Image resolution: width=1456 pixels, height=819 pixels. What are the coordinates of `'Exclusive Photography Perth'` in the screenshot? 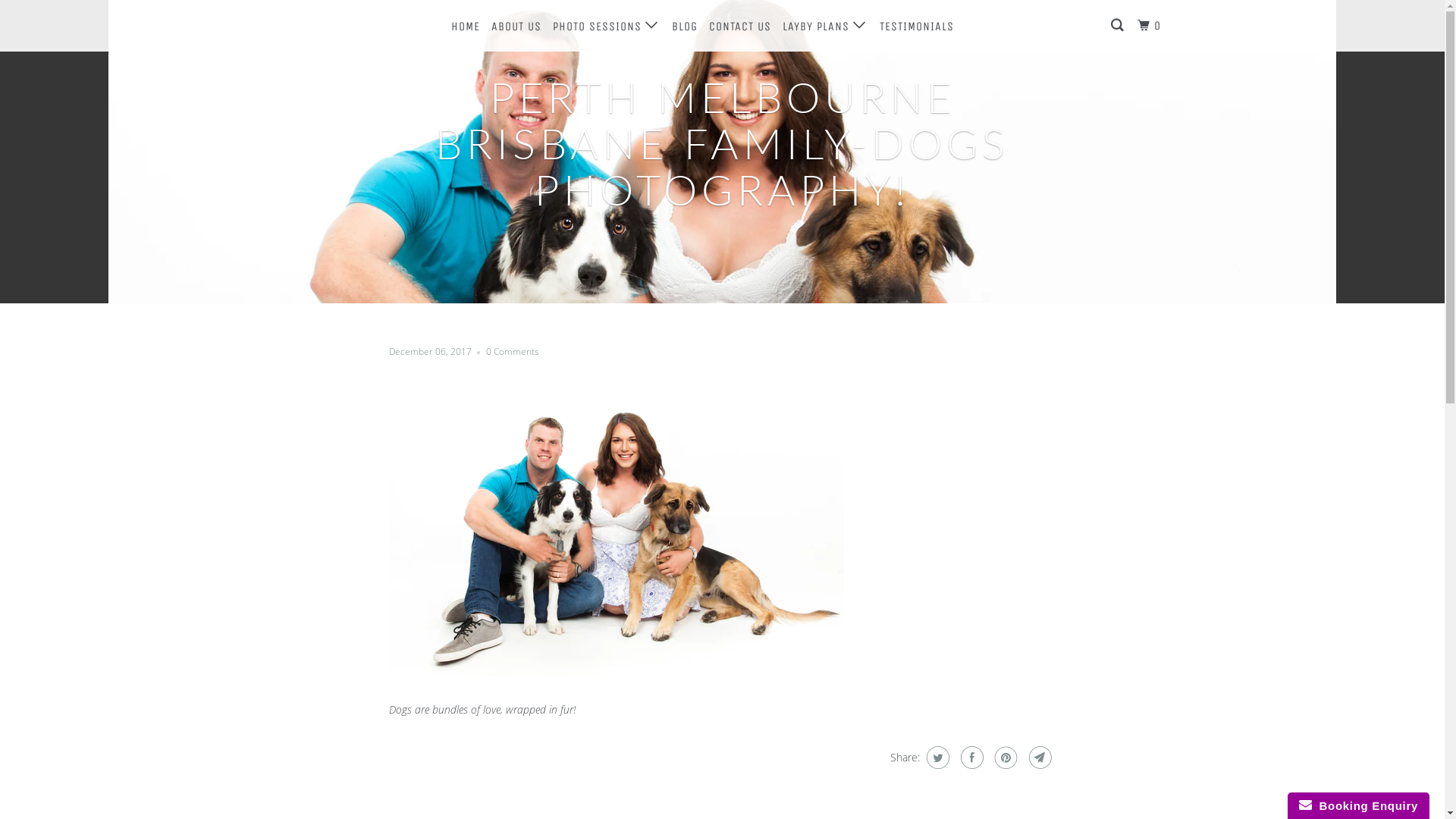 It's located at (351, 26).